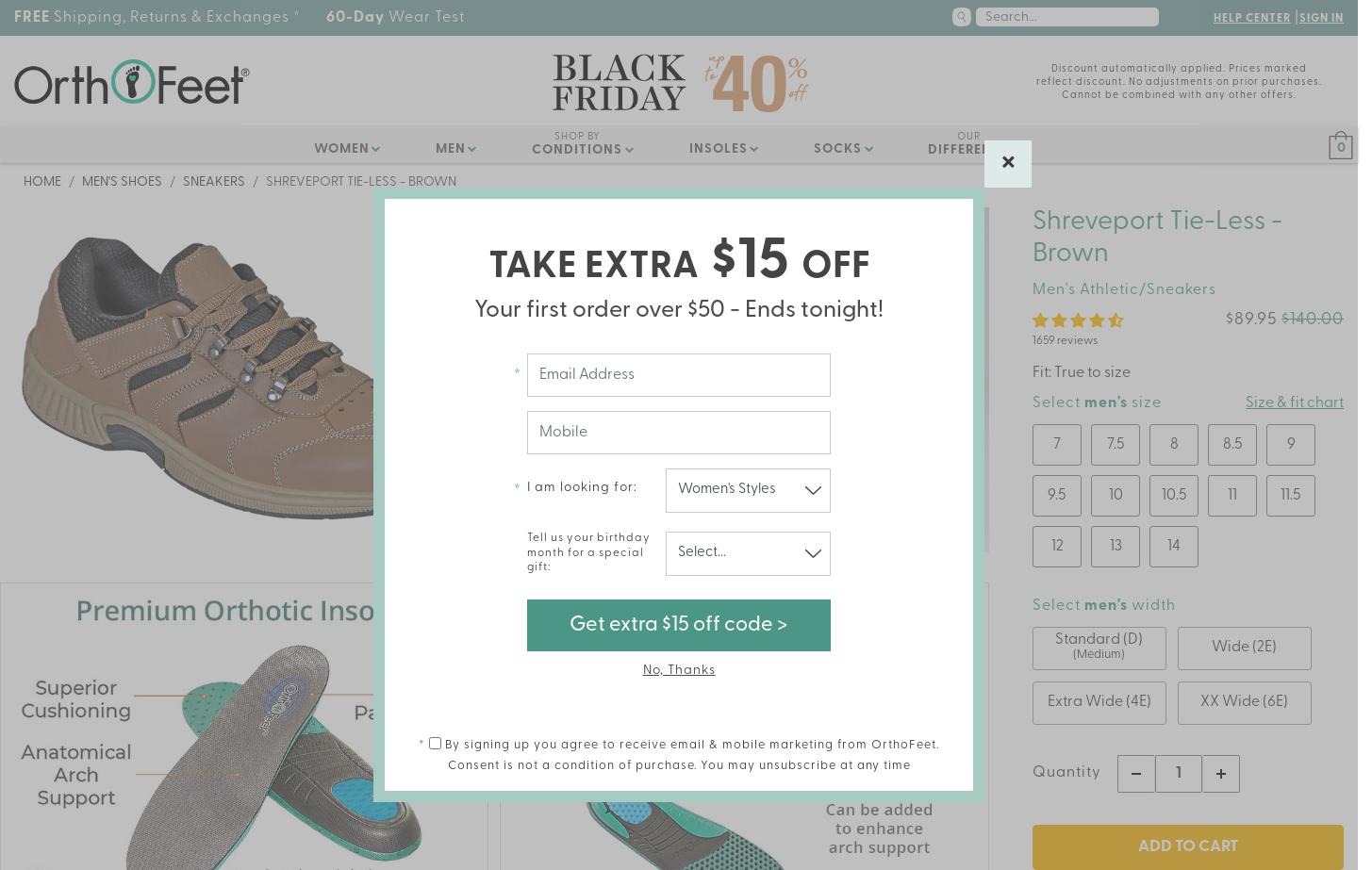  What do you see at coordinates (1293, 18) in the screenshot?
I see `'|'` at bounding box center [1293, 18].